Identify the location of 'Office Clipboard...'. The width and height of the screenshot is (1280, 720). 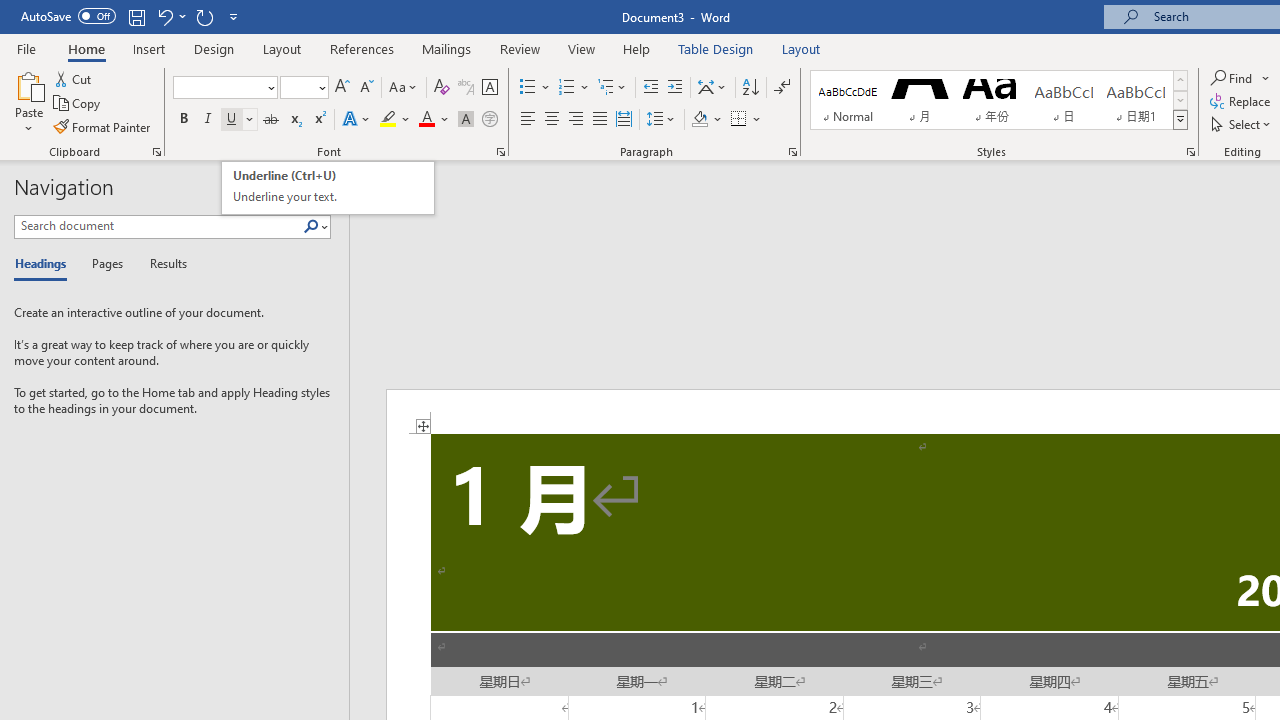
(155, 150).